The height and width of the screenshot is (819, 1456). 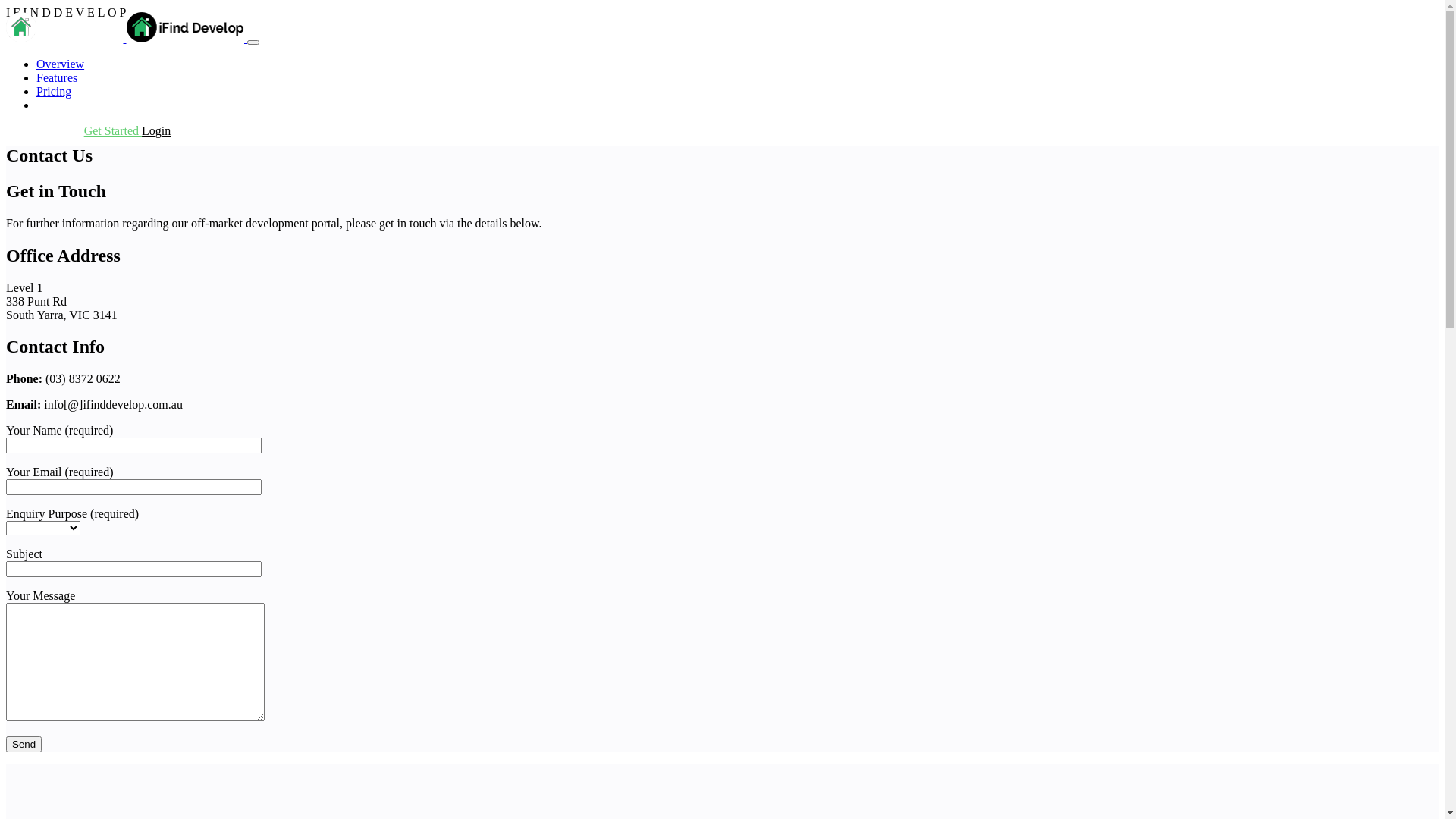 I want to click on 'Pricing', so click(x=54, y=91).